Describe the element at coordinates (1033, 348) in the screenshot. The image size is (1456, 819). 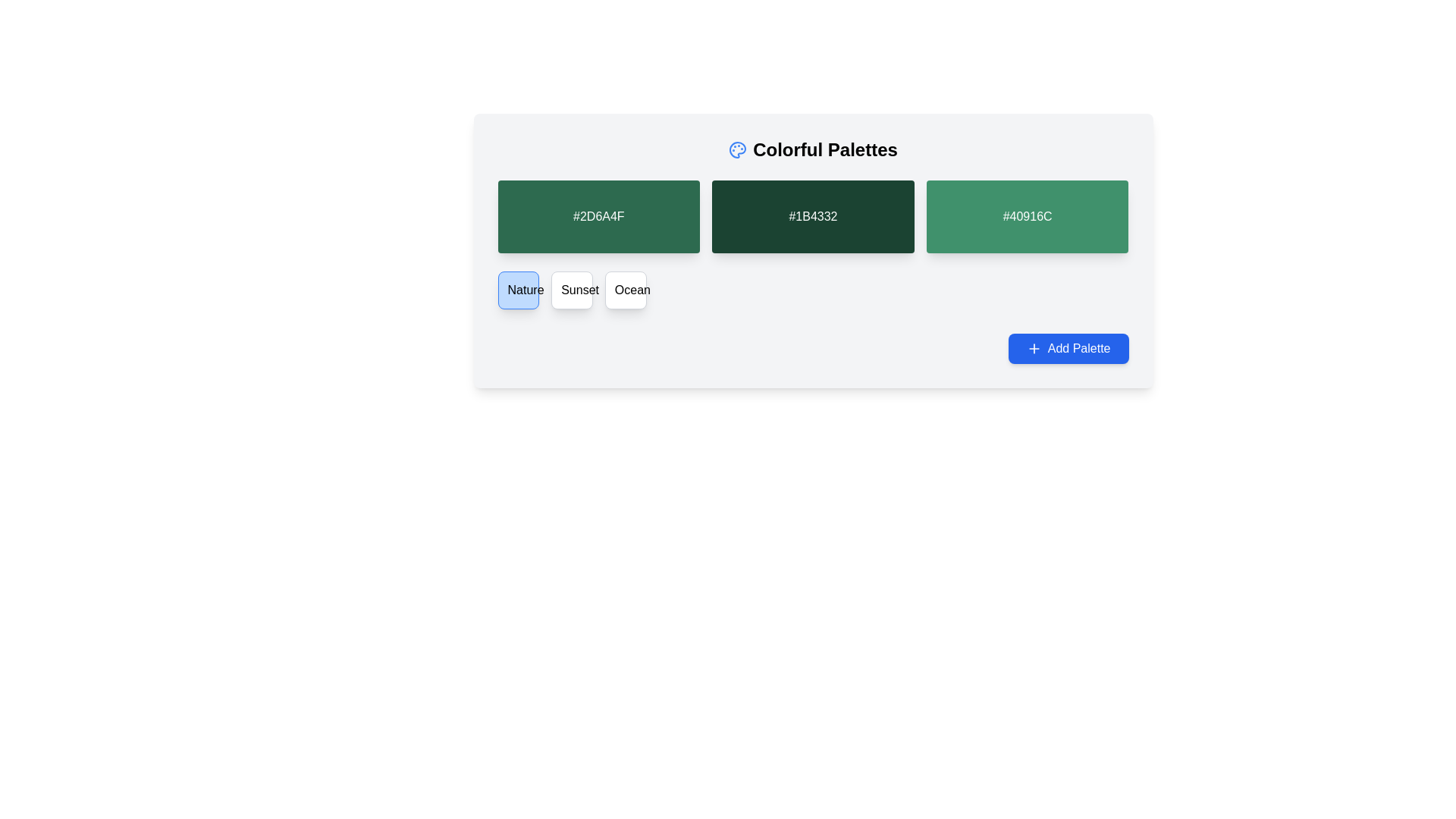
I see `the SVG icon that indicates adding a new palette, located inside the 'Add Palette' button in the bottom right corner of the interface` at that location.